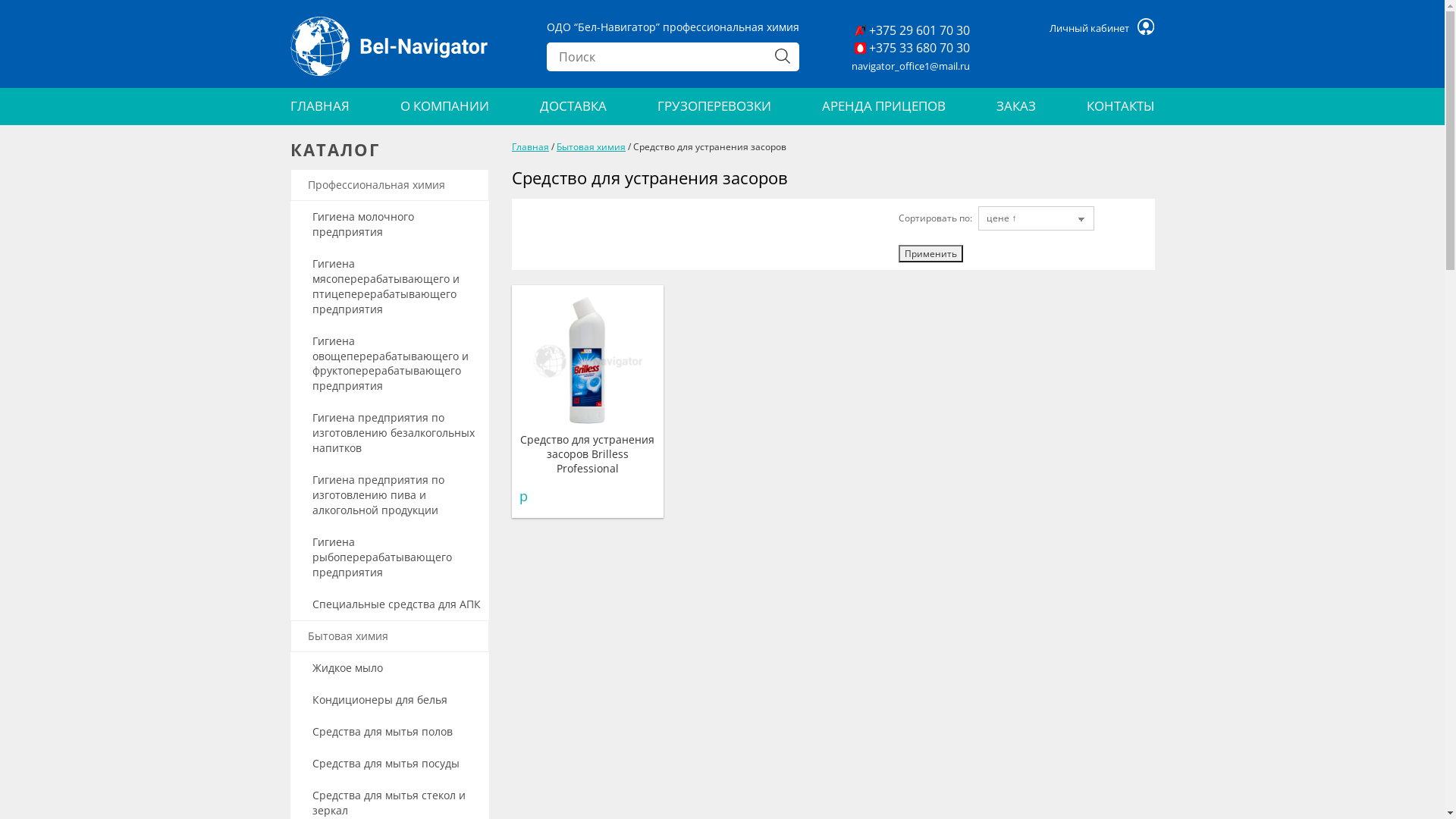 The width and height of the screenshot is (1456, 819). I want to click on ' +375 29 601 70 30', so click(912, 30).